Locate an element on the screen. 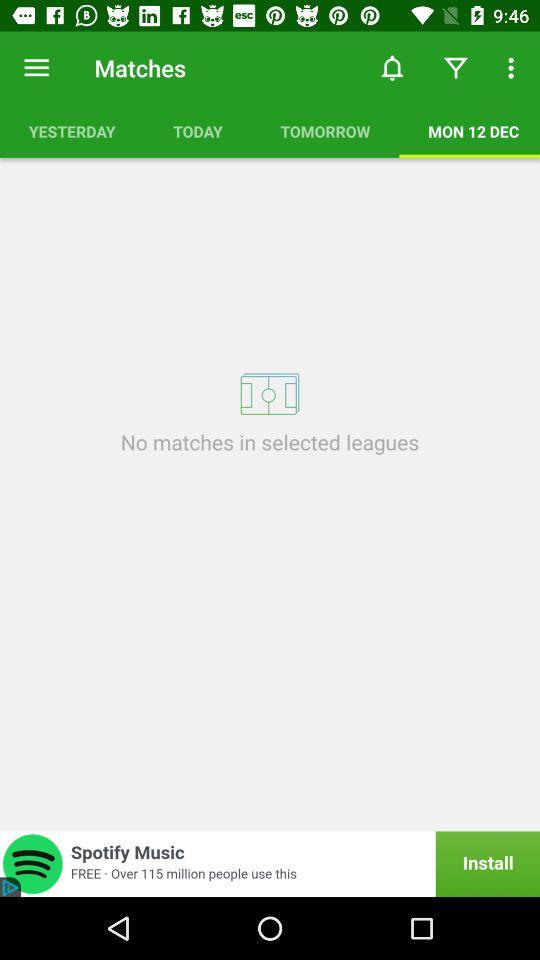 The image size is (540, 960). the icon to the left of today icon is located at coordinates (71, 130).